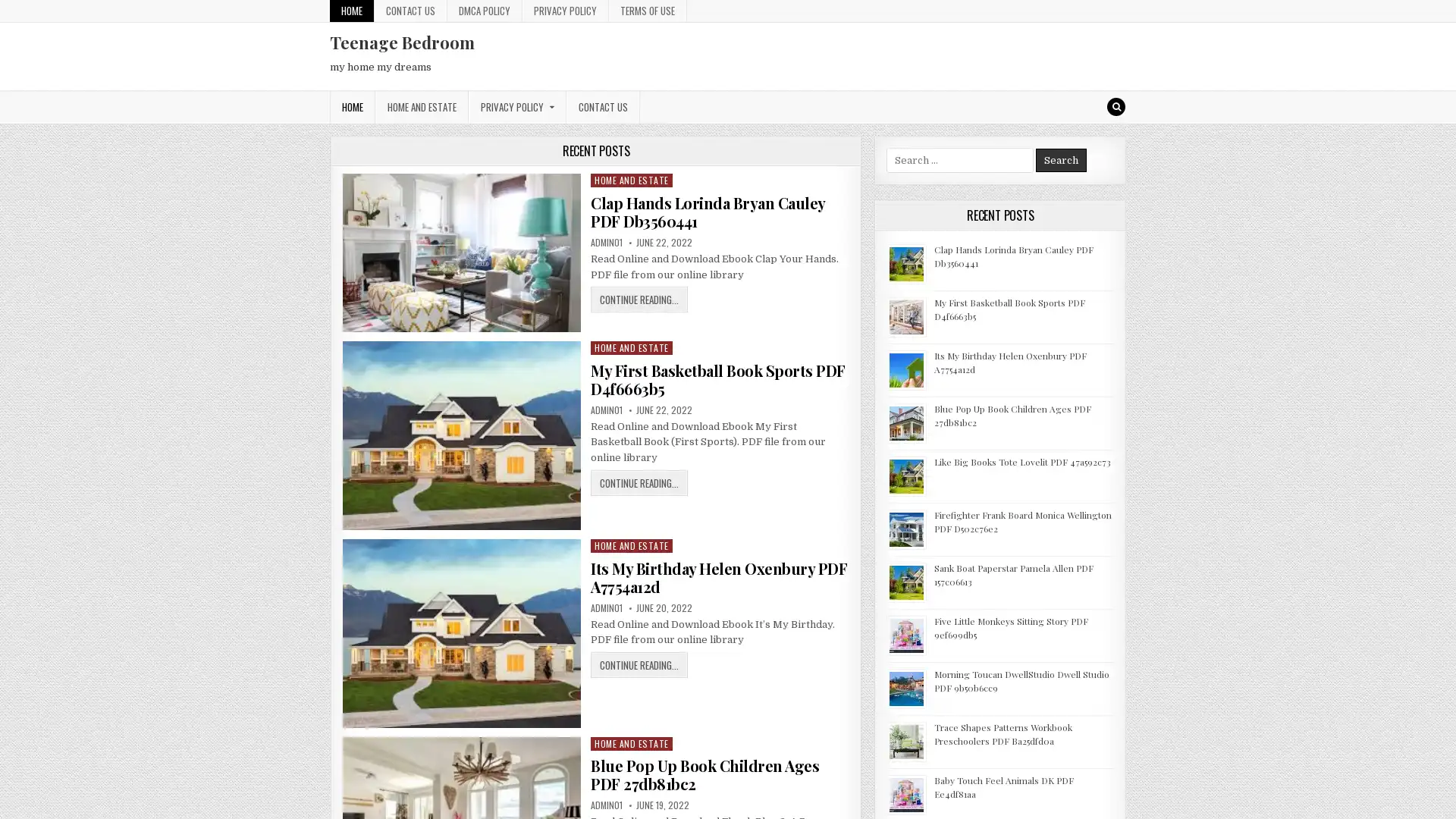 This screenshot has width=1456, height=819. What do you see at coordinates (1060, 160) in the screenshot?
I see `Search` at bounding box center [1060, 160].